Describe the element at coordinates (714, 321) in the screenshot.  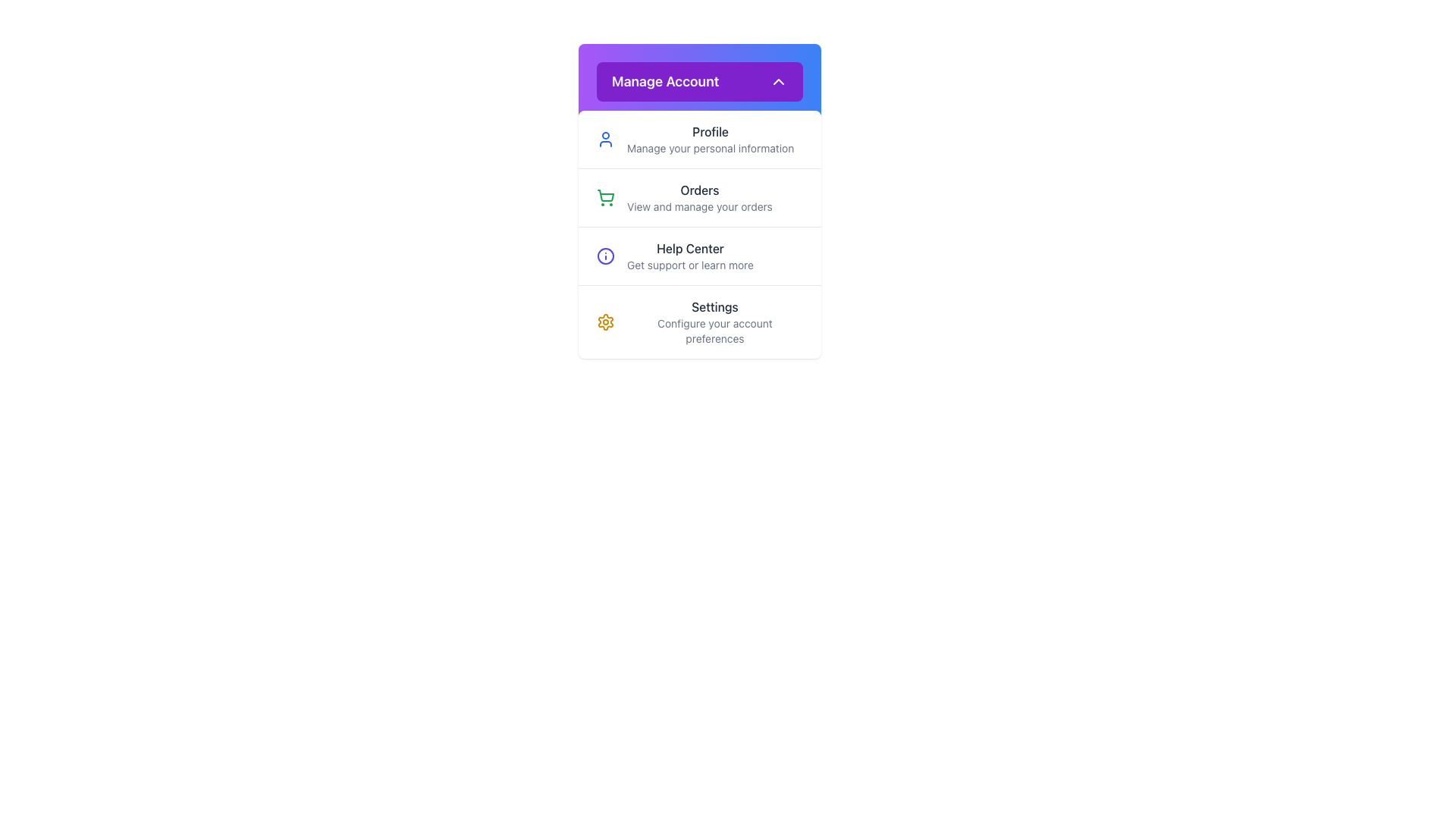
I see `the Text button with descriptive label in the dropdown menu` at that location.